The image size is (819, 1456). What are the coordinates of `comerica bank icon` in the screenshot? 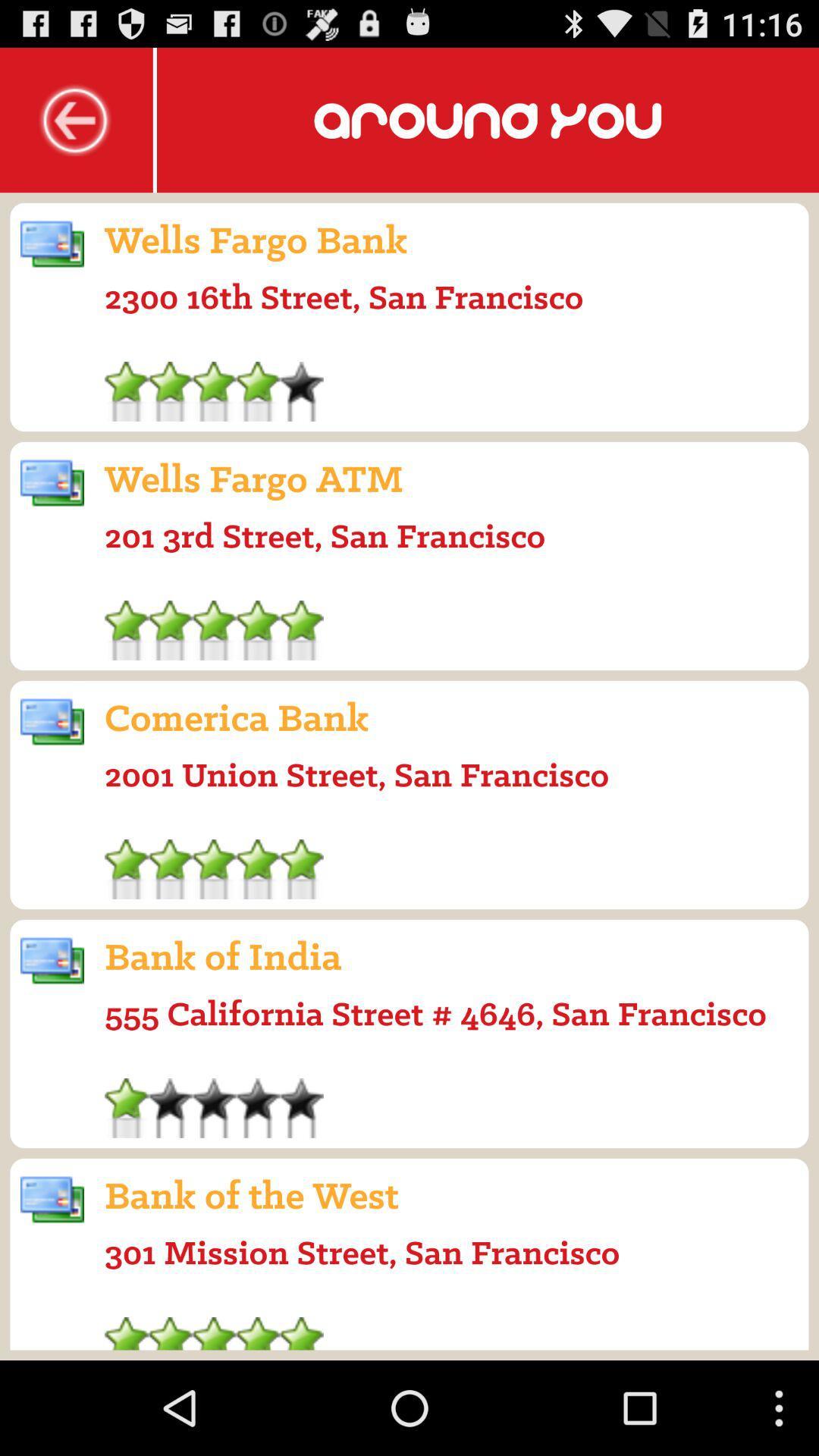 It's located at (237, 716).